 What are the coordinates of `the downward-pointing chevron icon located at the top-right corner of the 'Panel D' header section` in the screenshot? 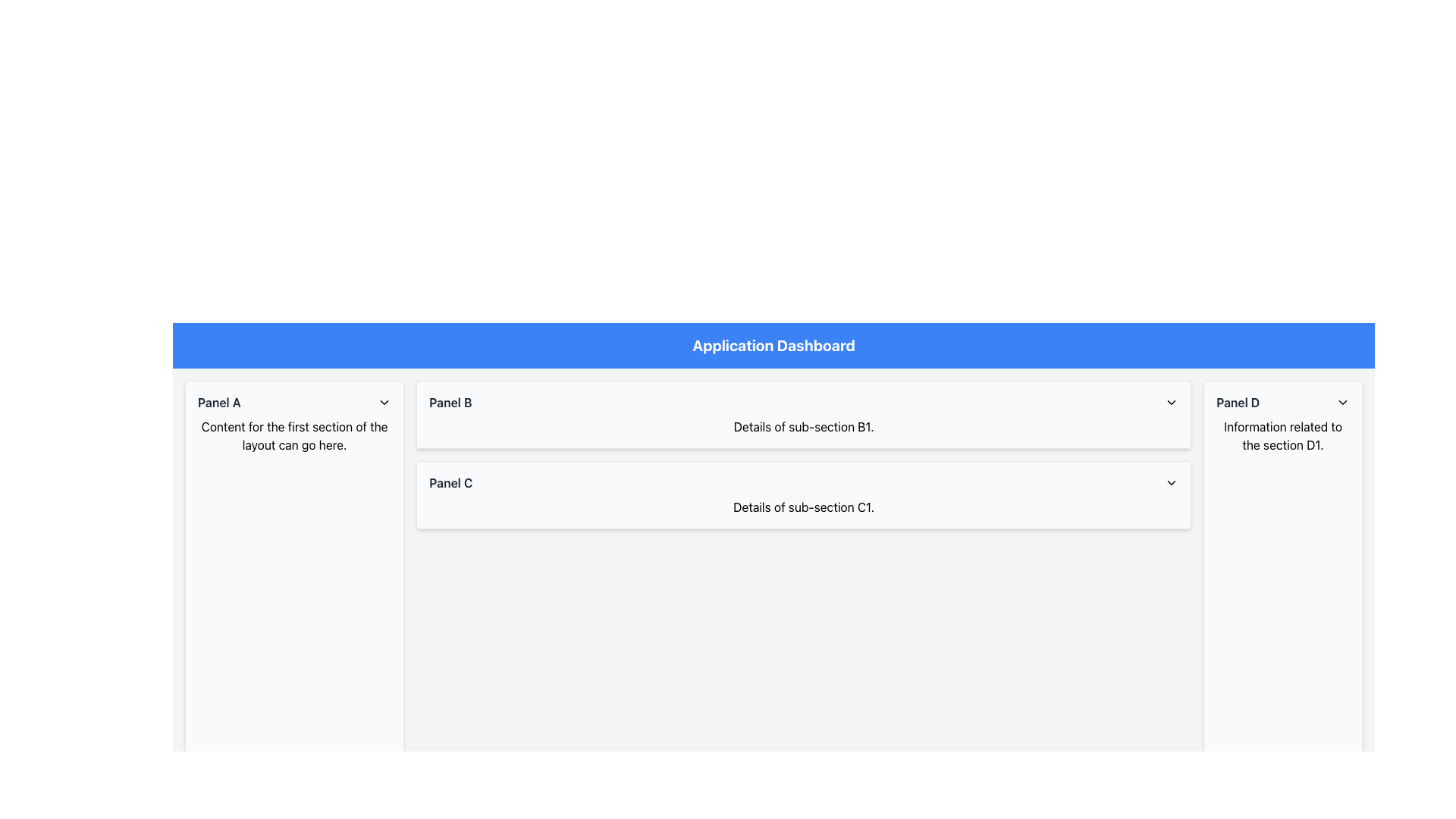 It's located at (1343, 402).